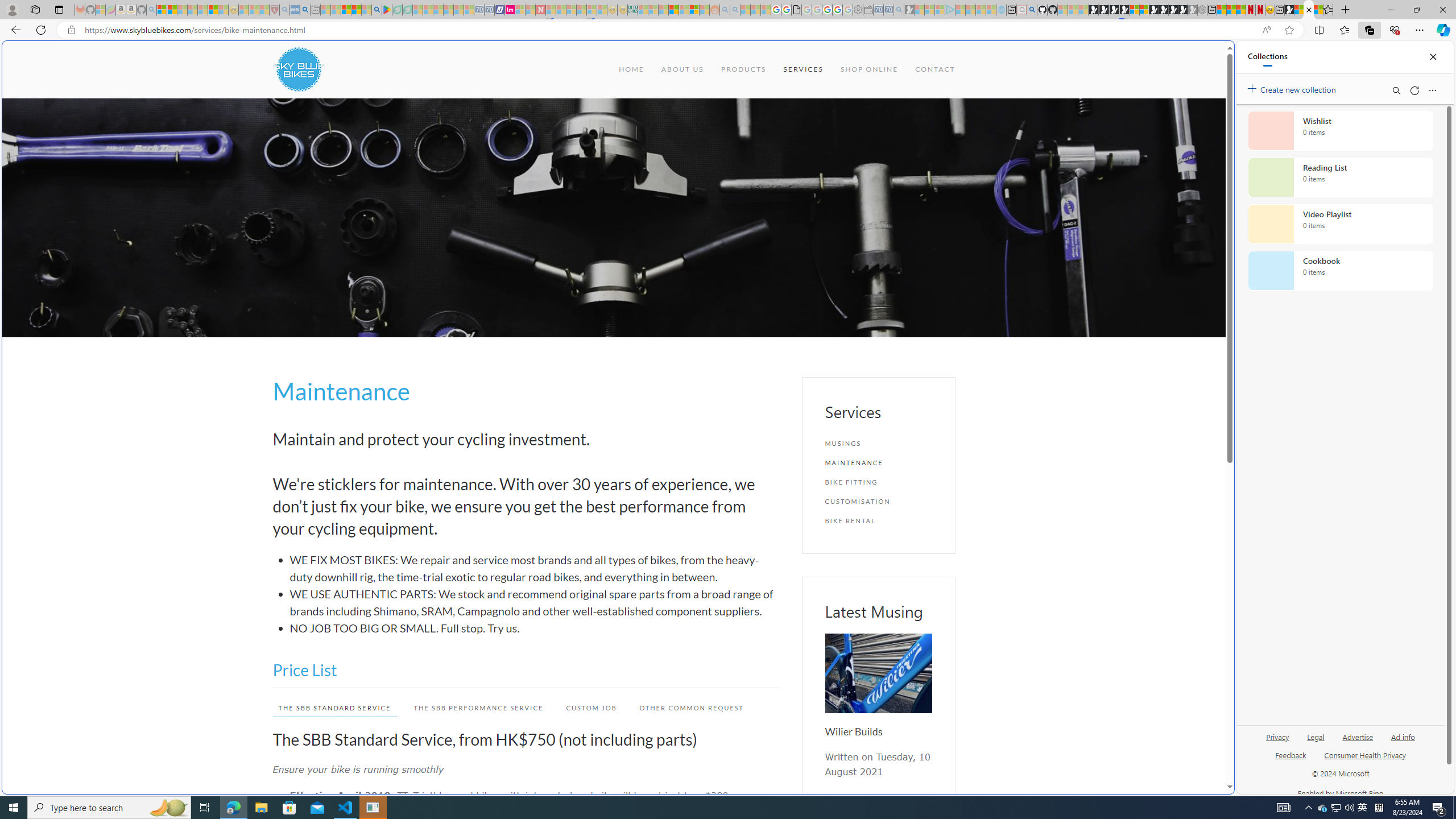 Image resolution: width=1456 pixels, height=819 pixels. I want to click on 'Cheap Car Rentals - Save70.com - Sleeping', so click(888, 9).